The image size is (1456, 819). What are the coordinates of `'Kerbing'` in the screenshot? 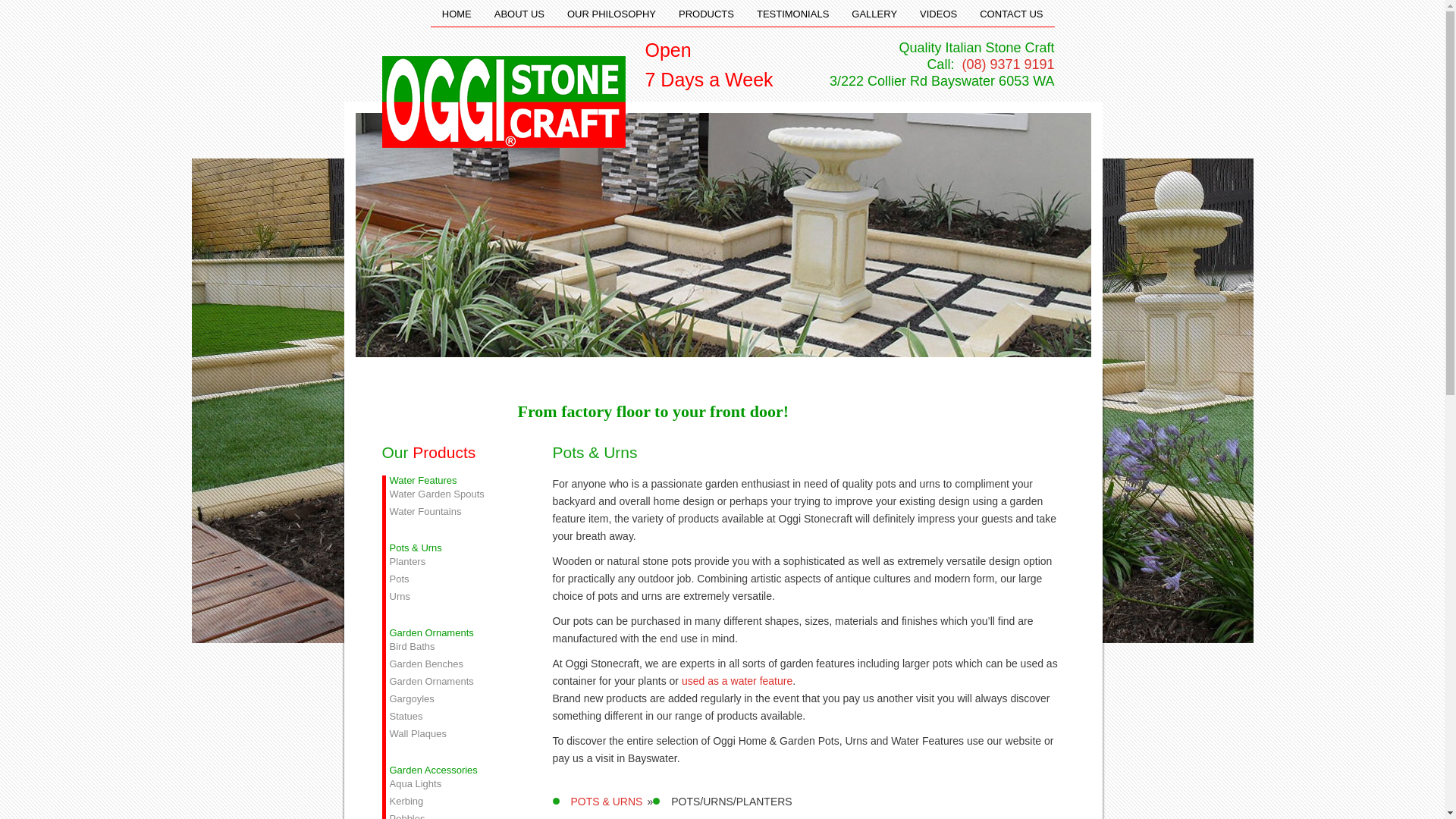 It's located at (389, 800).